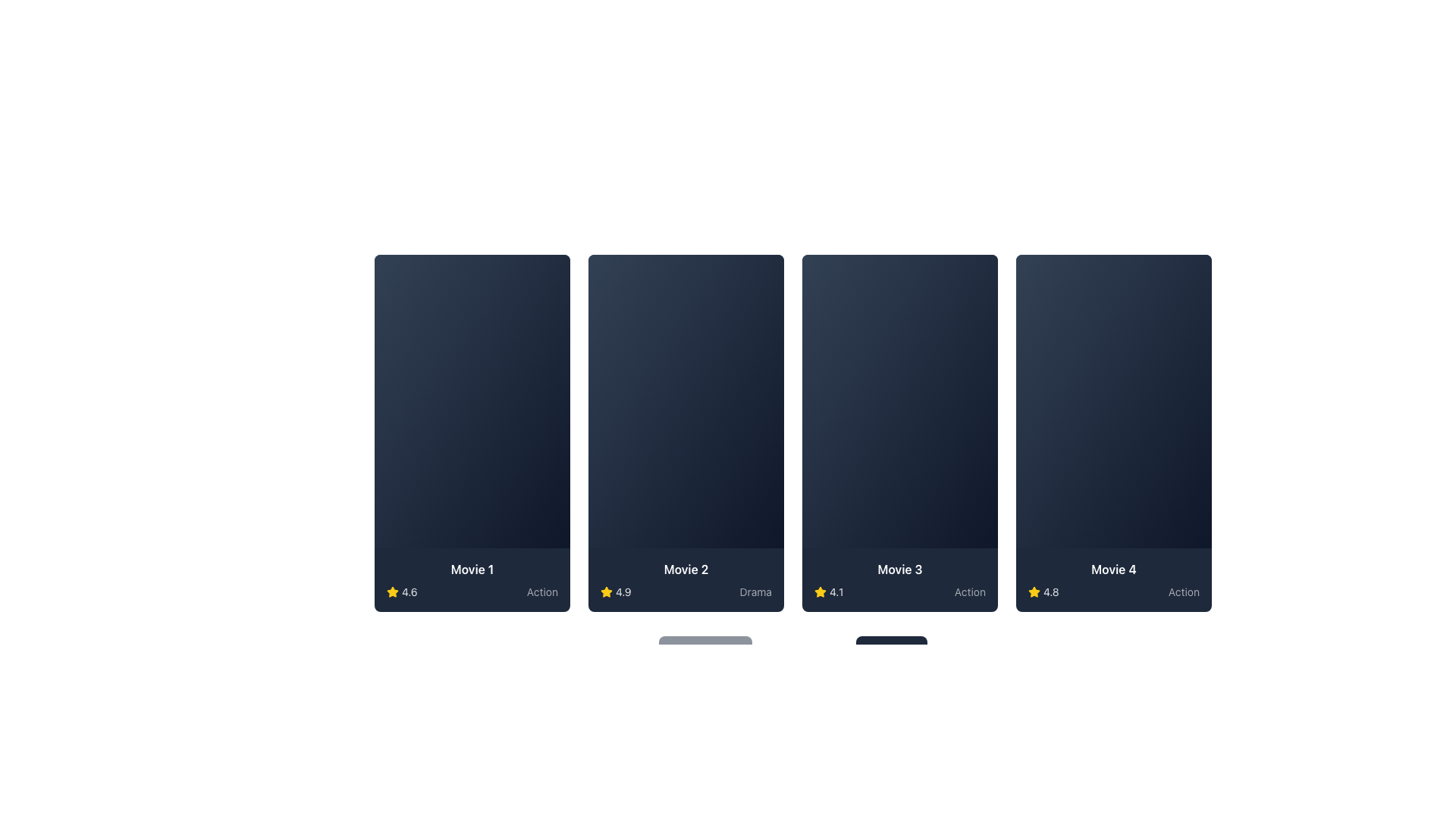 Image resolution: width=1456 pixels, height=819 pixels. What do you see at coordinates (1033, 591) in the screenshot?
I see `the small yellow star icon that is part of the rating display, located to the left of the numerical rating value '4.8' at the bottom right corner of the fourth card` at bounding box center [1033, 591].